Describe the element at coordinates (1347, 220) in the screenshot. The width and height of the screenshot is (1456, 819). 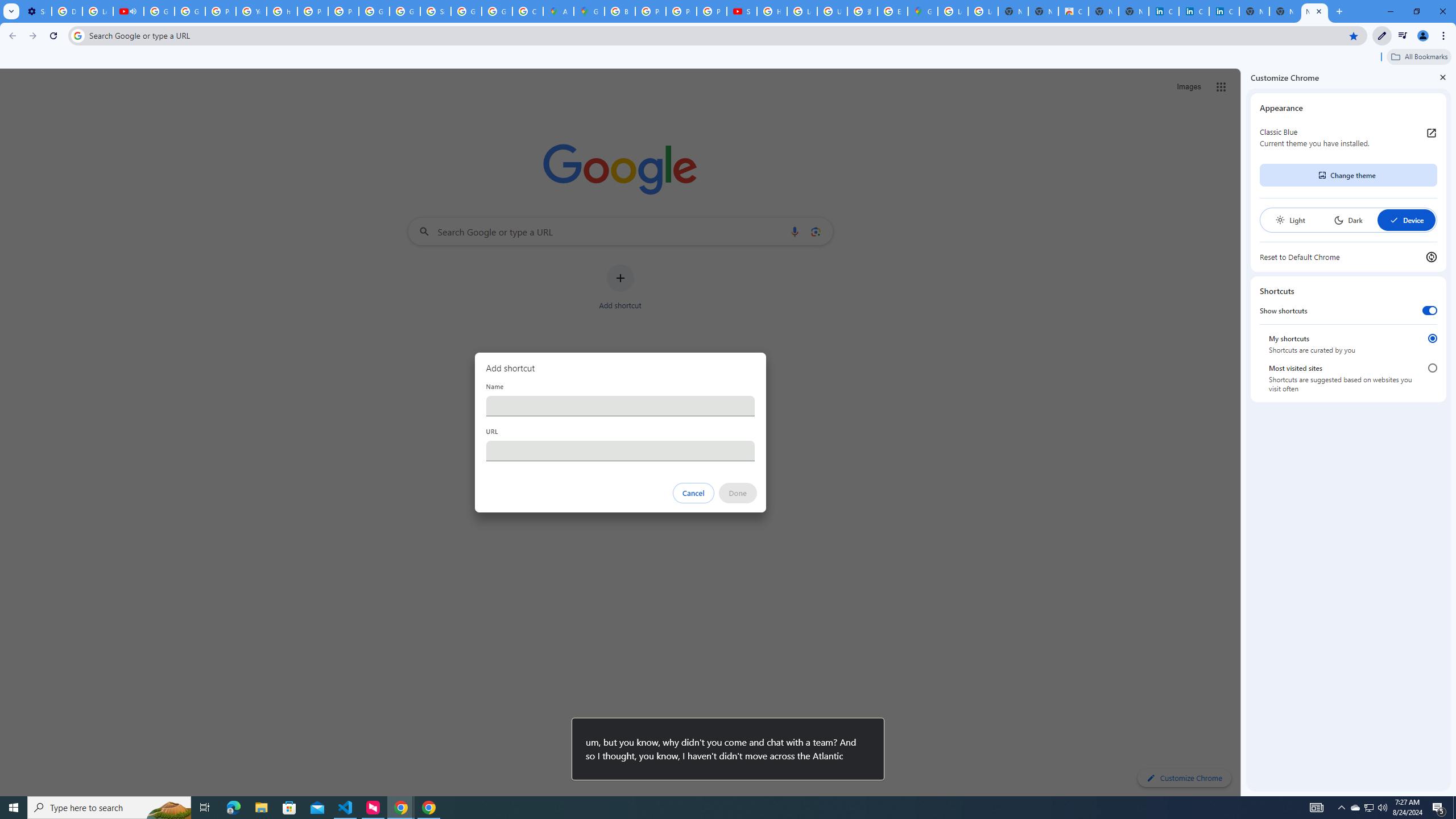
I see `'Dark'` at that location.